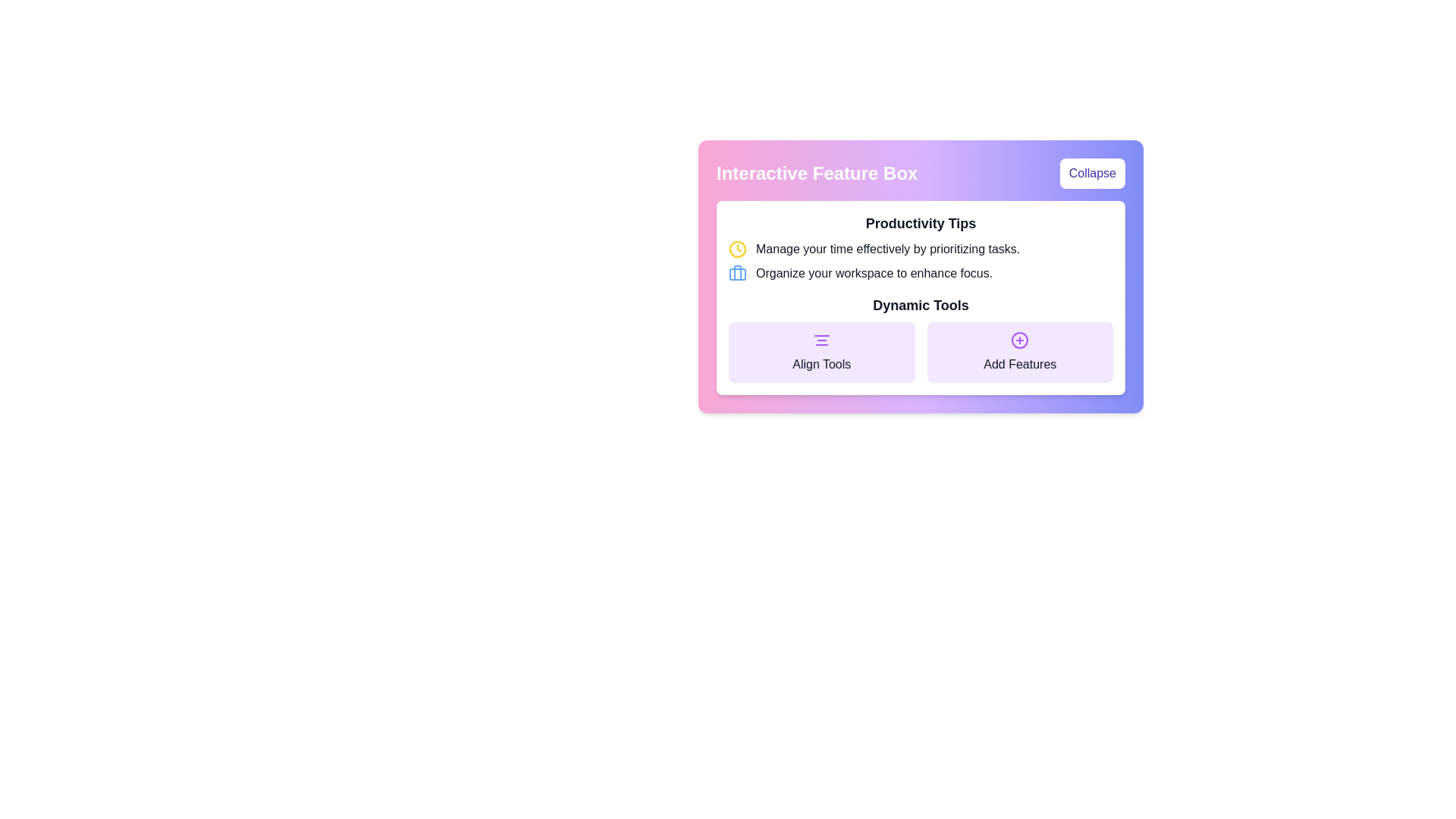 This screenshot has width=1456, height=819. I want to click on the organization icon in the 'Productivity Tips' section to trigger the tooltip, so click(738, 274).